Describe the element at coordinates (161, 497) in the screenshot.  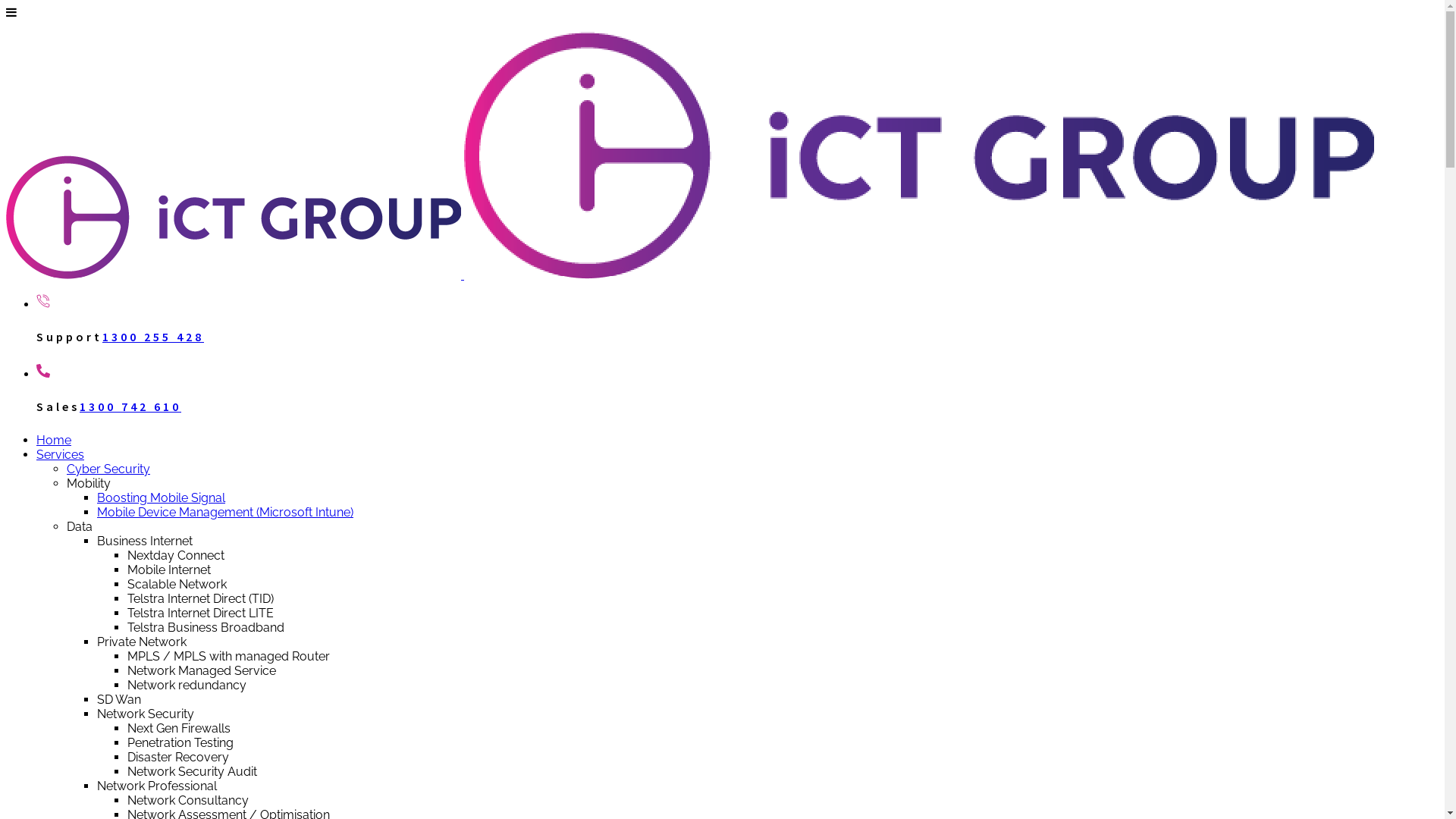
I see `'Boosting Mobile Signal'` at that location.